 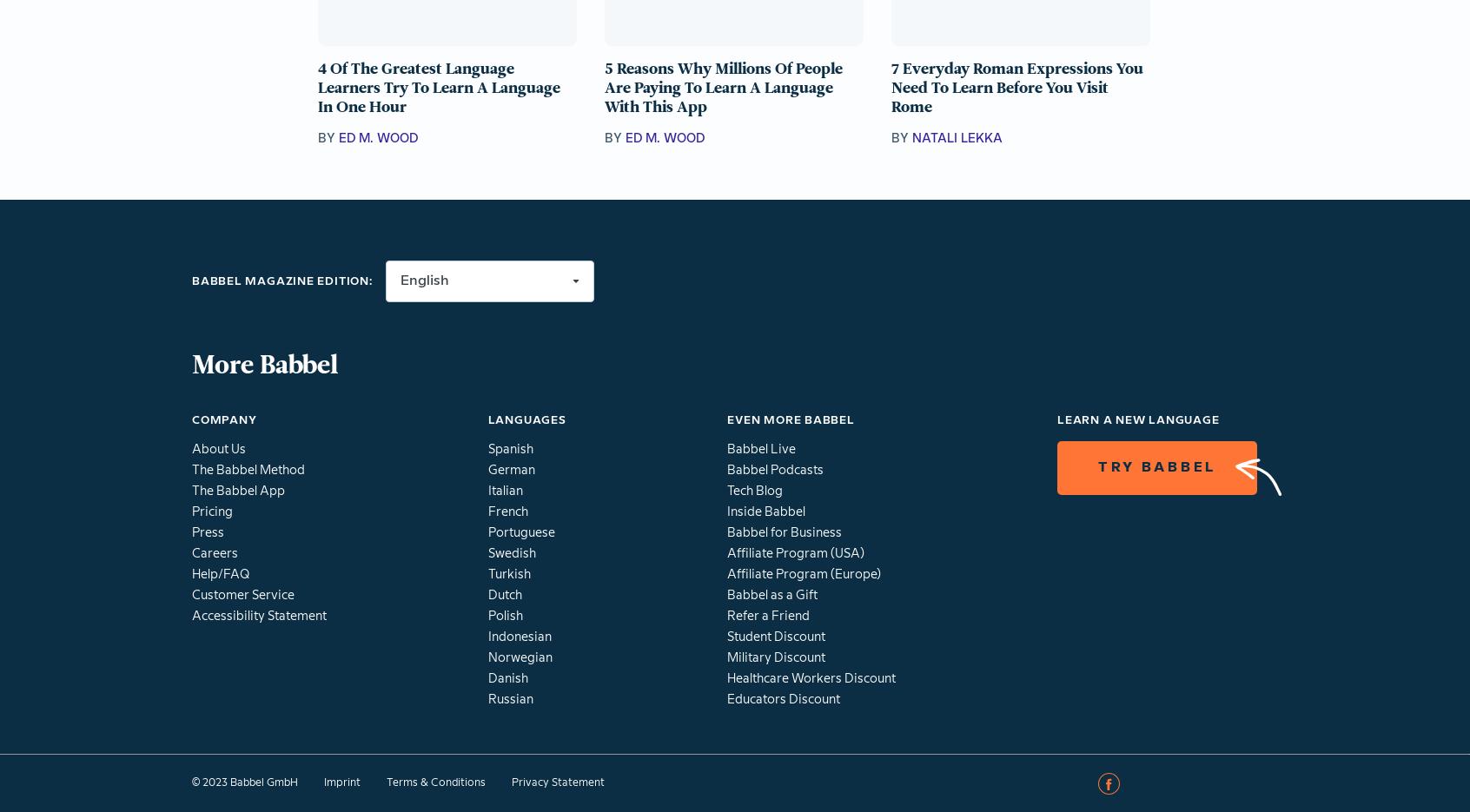 I want to click on 'Imprint', so click(x=342, y=782).